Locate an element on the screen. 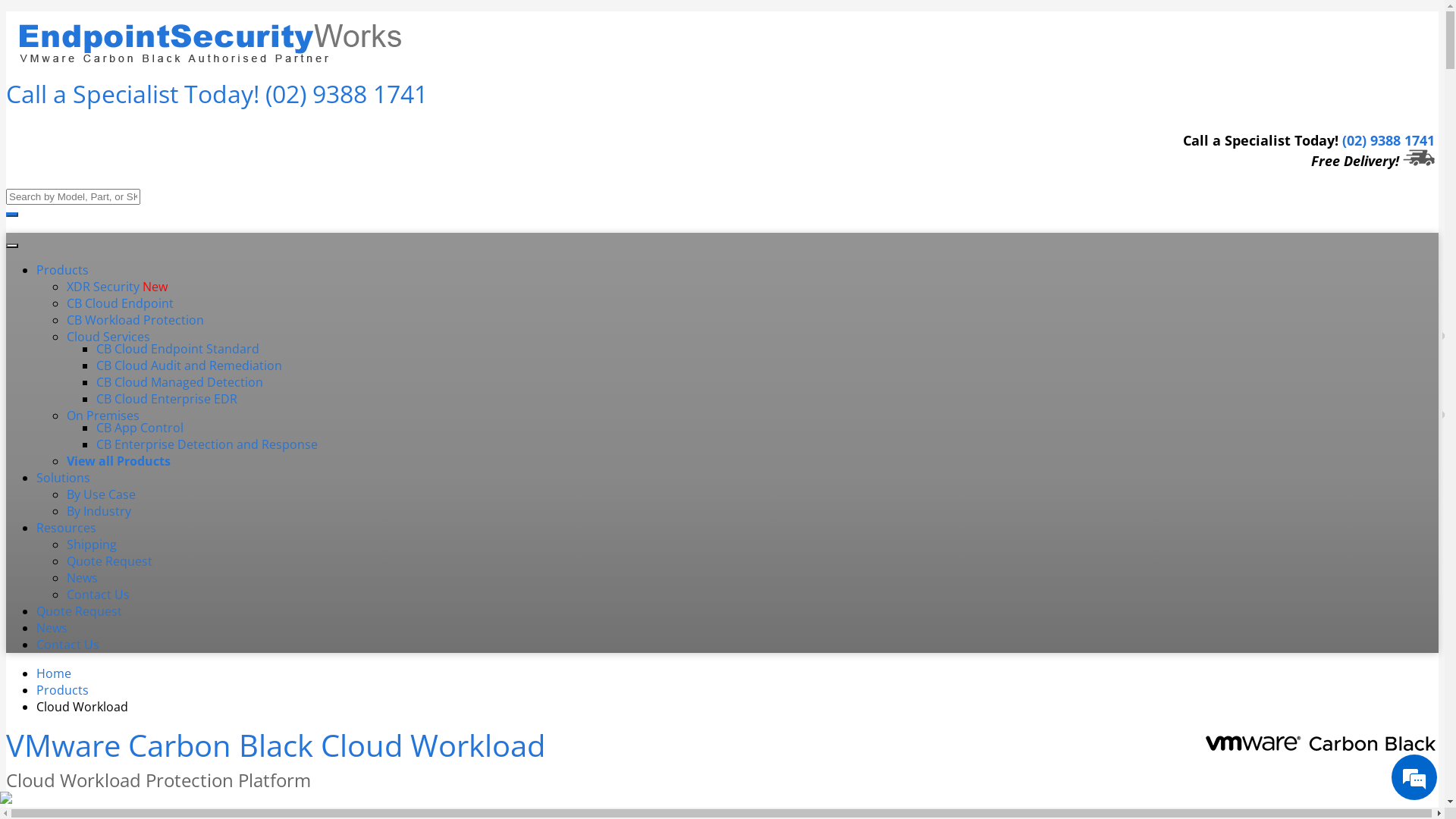  'XDR Security New' is located at coordinates (65, 287).